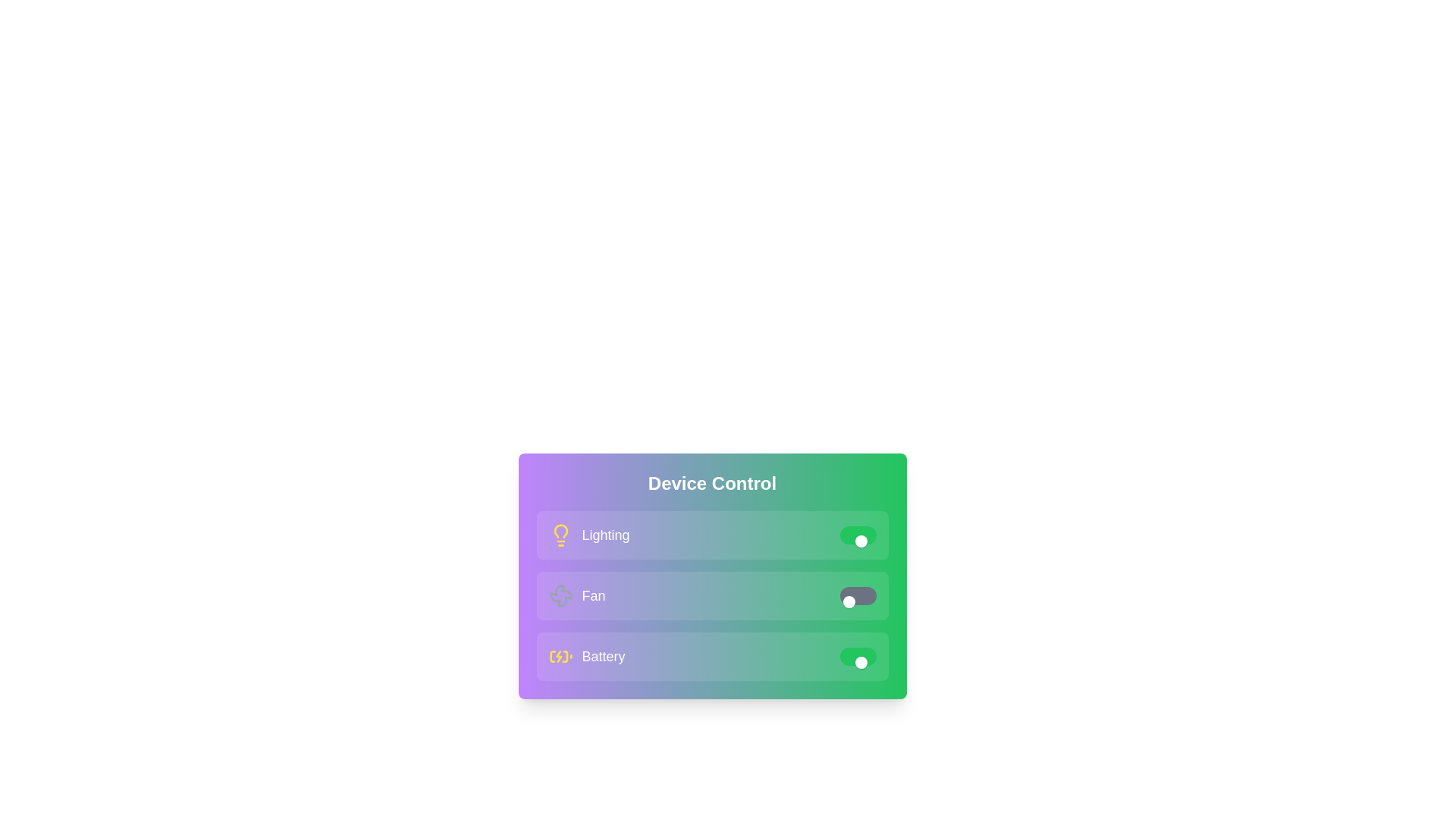 This screenshot has width=1456, height=819. I want to click on the icon representing Fan, so click(560, 595).